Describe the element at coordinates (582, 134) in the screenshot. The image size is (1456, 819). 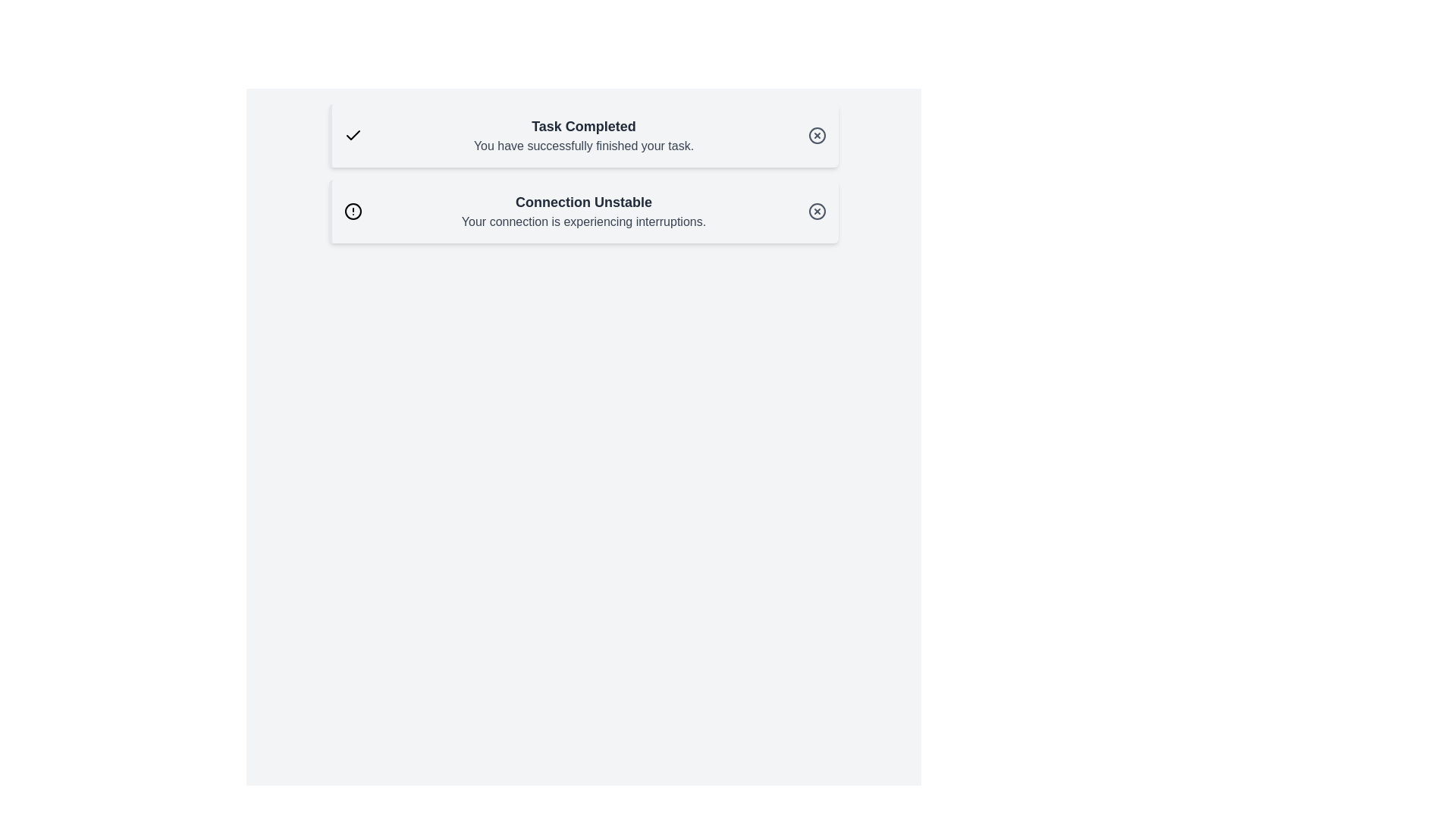
I see `the notification message titled 'Task Completed' in the light green notification box located at the top of the stack of notifications` at that location.